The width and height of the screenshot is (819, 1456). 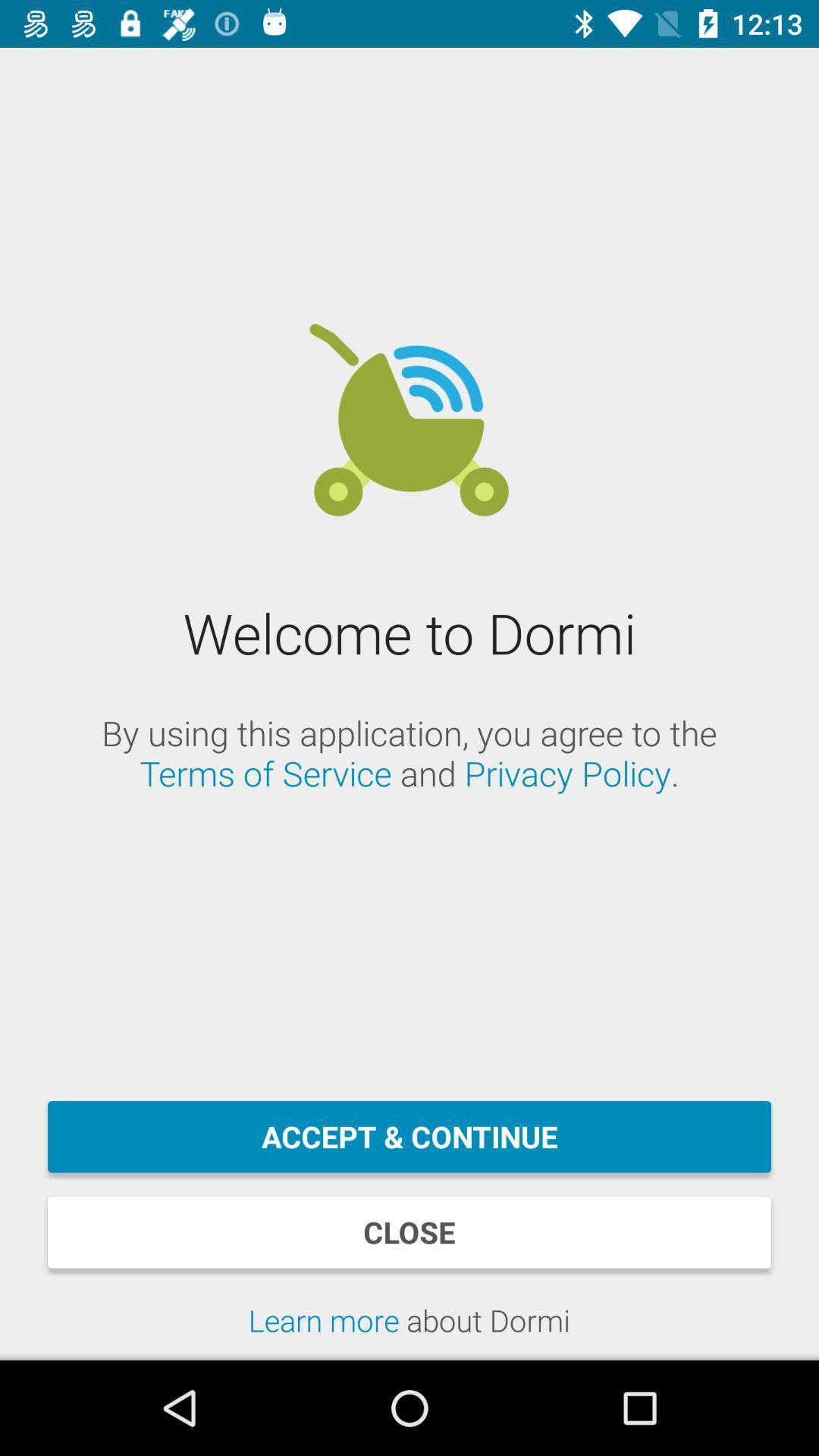 What do you see at coordinates (409, 1329) in the screenshot?
I see `the item below close item` at bounding box center [409, 1329].